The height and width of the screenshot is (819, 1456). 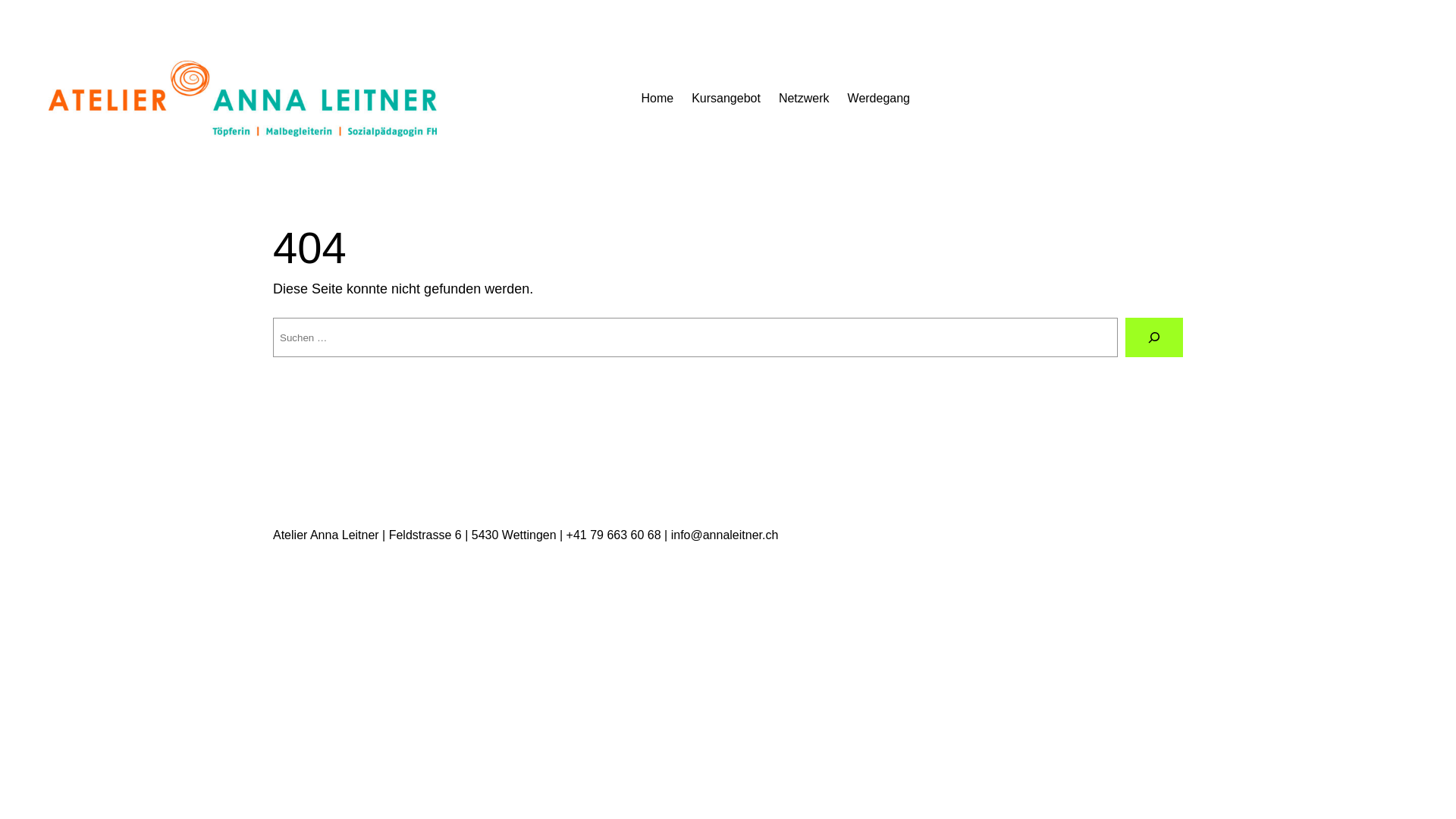 What do you see at coordinates (725, 99) in the screenshot?
I see `'Kursangebot'` at bounding box center [725, 99].